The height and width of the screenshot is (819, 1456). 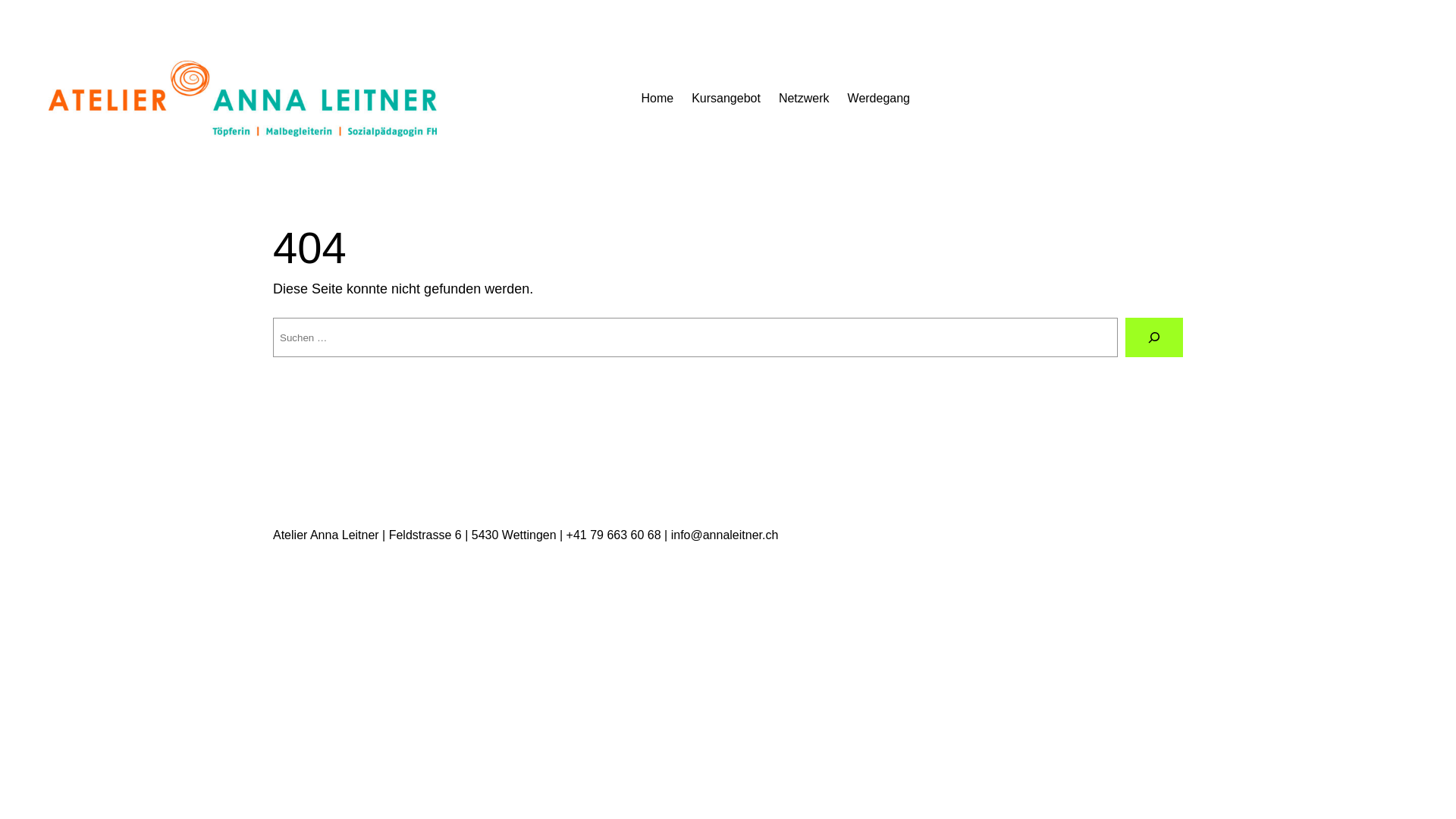 What do you see at coordinates (725, 99) in the screenshot?
I see `'Kursangebot'` at bounding box center [725, 99].